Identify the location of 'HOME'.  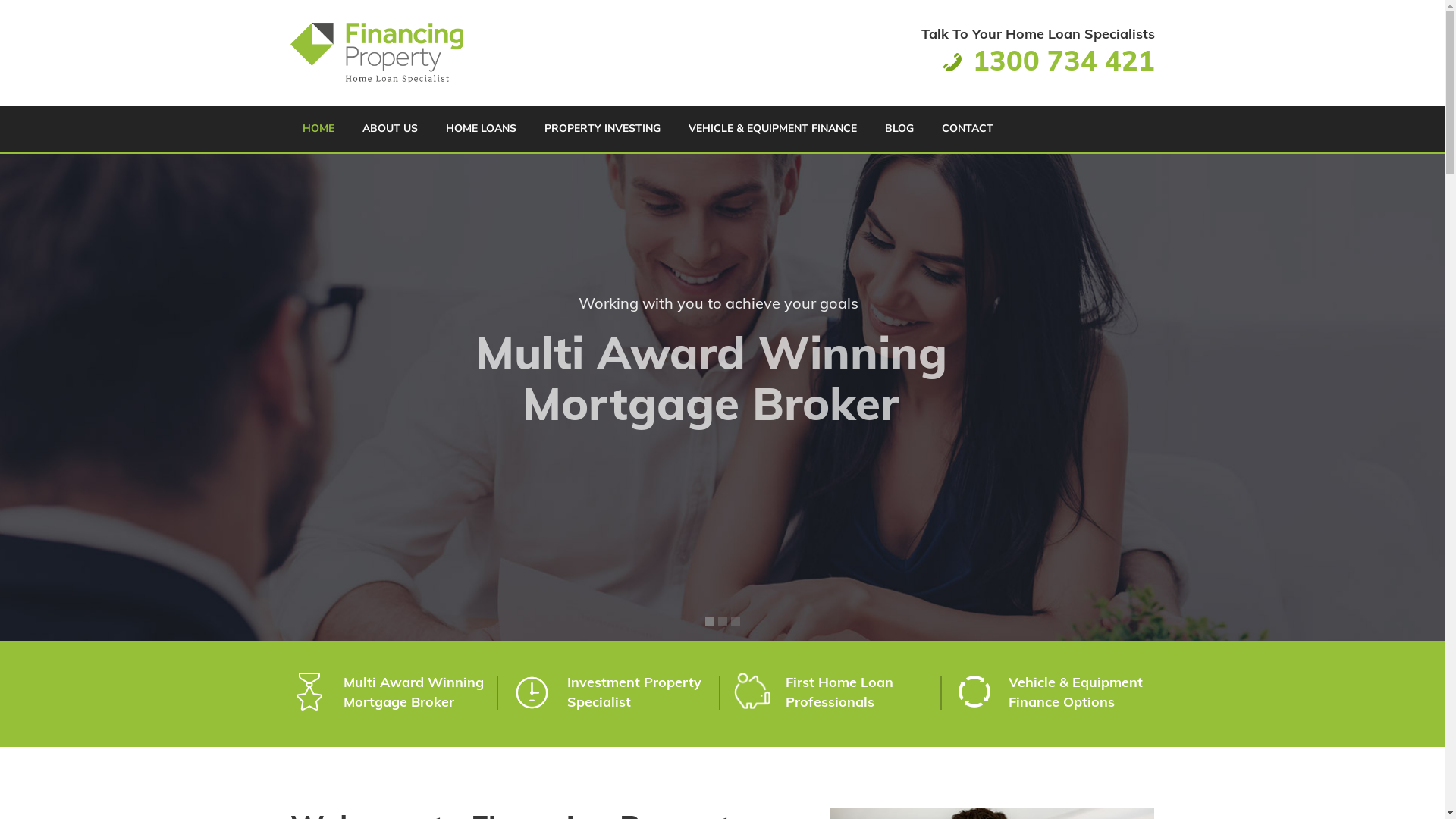
(316, 127).